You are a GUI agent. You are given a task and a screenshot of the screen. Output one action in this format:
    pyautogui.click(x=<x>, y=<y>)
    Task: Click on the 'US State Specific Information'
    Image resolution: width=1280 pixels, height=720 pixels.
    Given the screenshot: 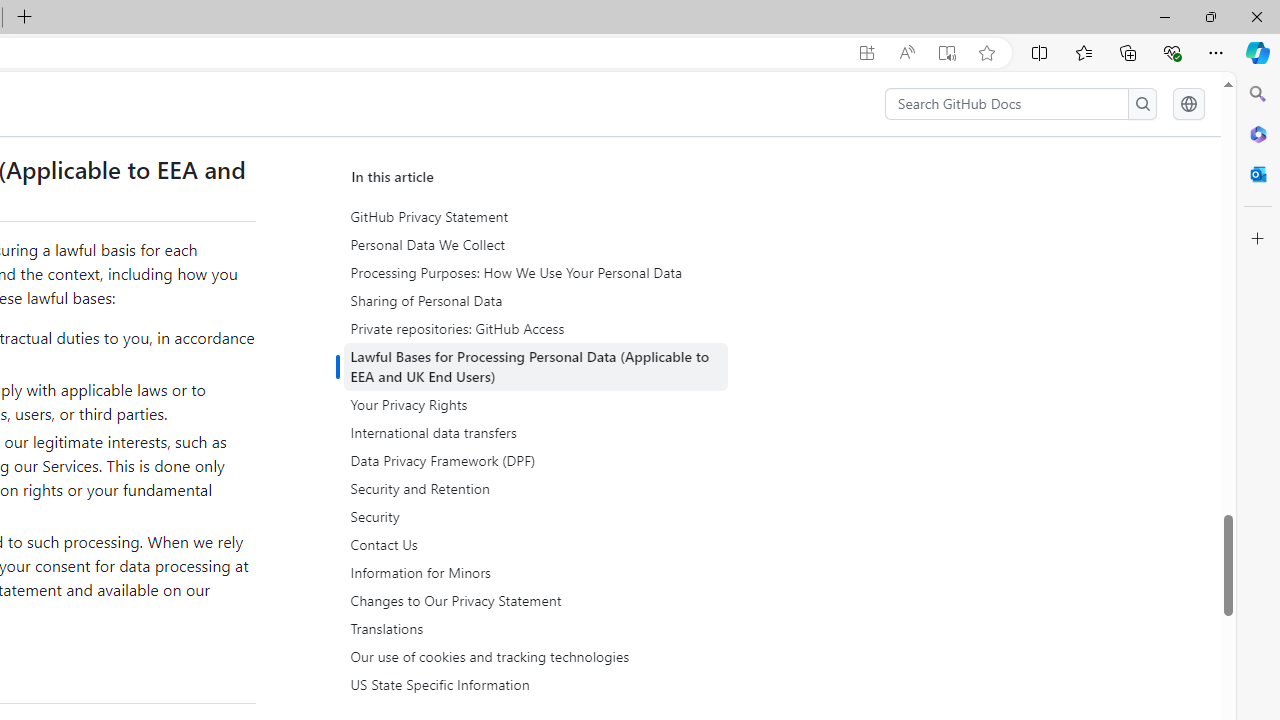 What is the action you would take?
    pyautogui.click(x=538, y=684)
    